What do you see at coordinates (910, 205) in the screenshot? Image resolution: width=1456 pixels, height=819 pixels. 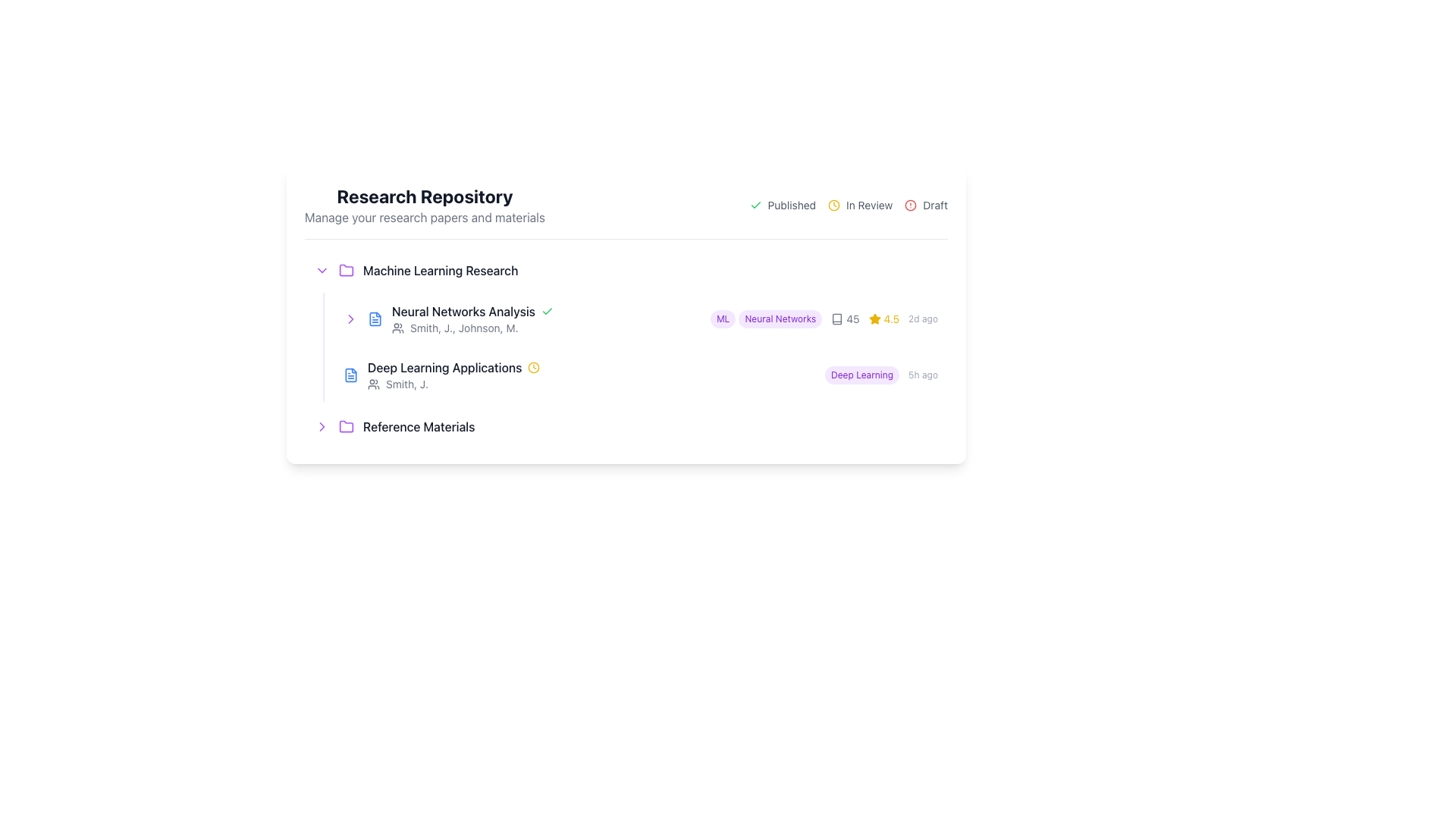 I see `the circular red icon located in the top right corner of the status section, which indicates importance among publication statuses` at bounding box center [910, 205].